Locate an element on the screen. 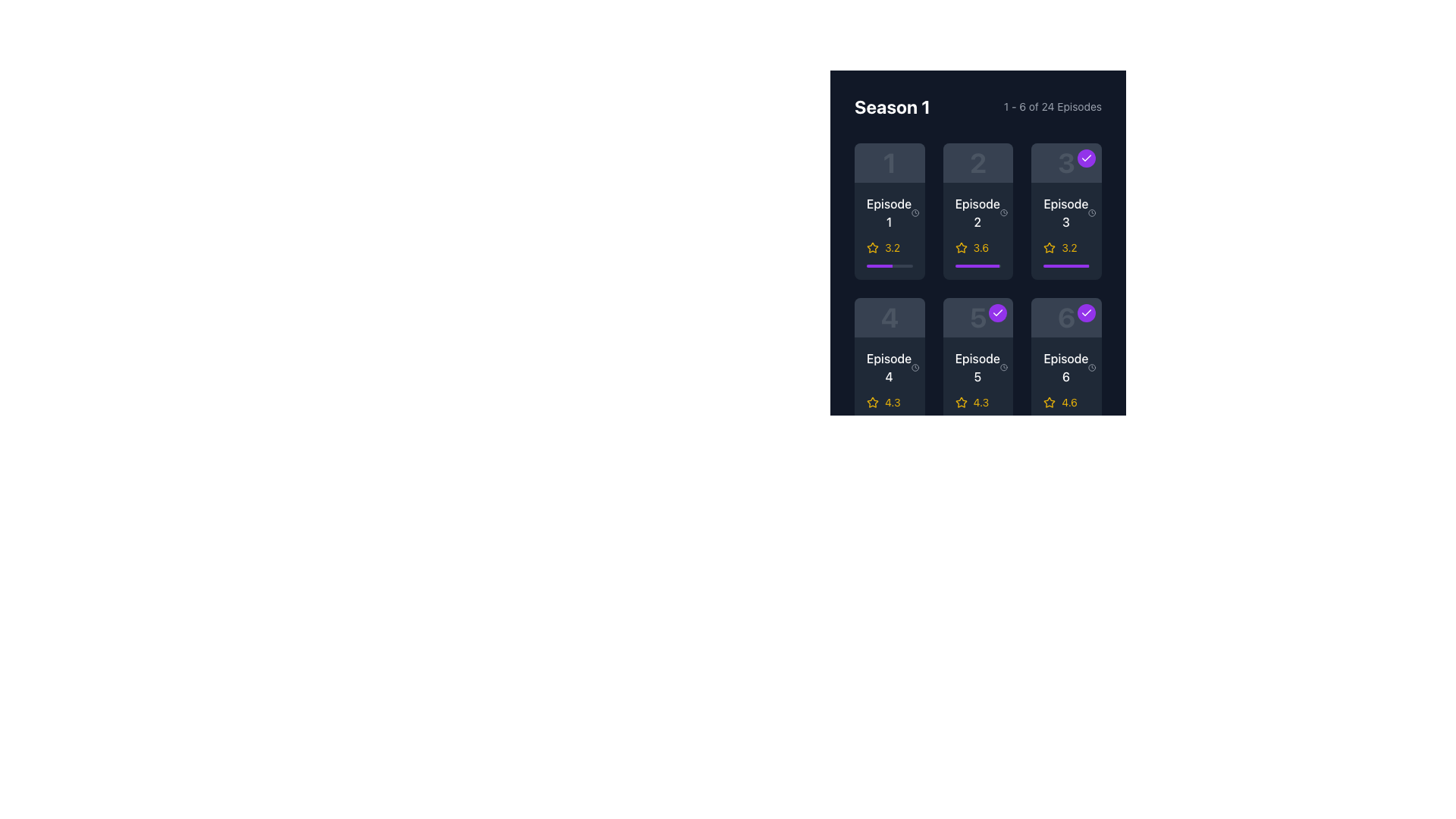 The image size is (1456, 819). the filled portion of the progress bar segment located below the last row of episode cards, which visually indicates progress in the UI is located at coordinates (1058, 421).